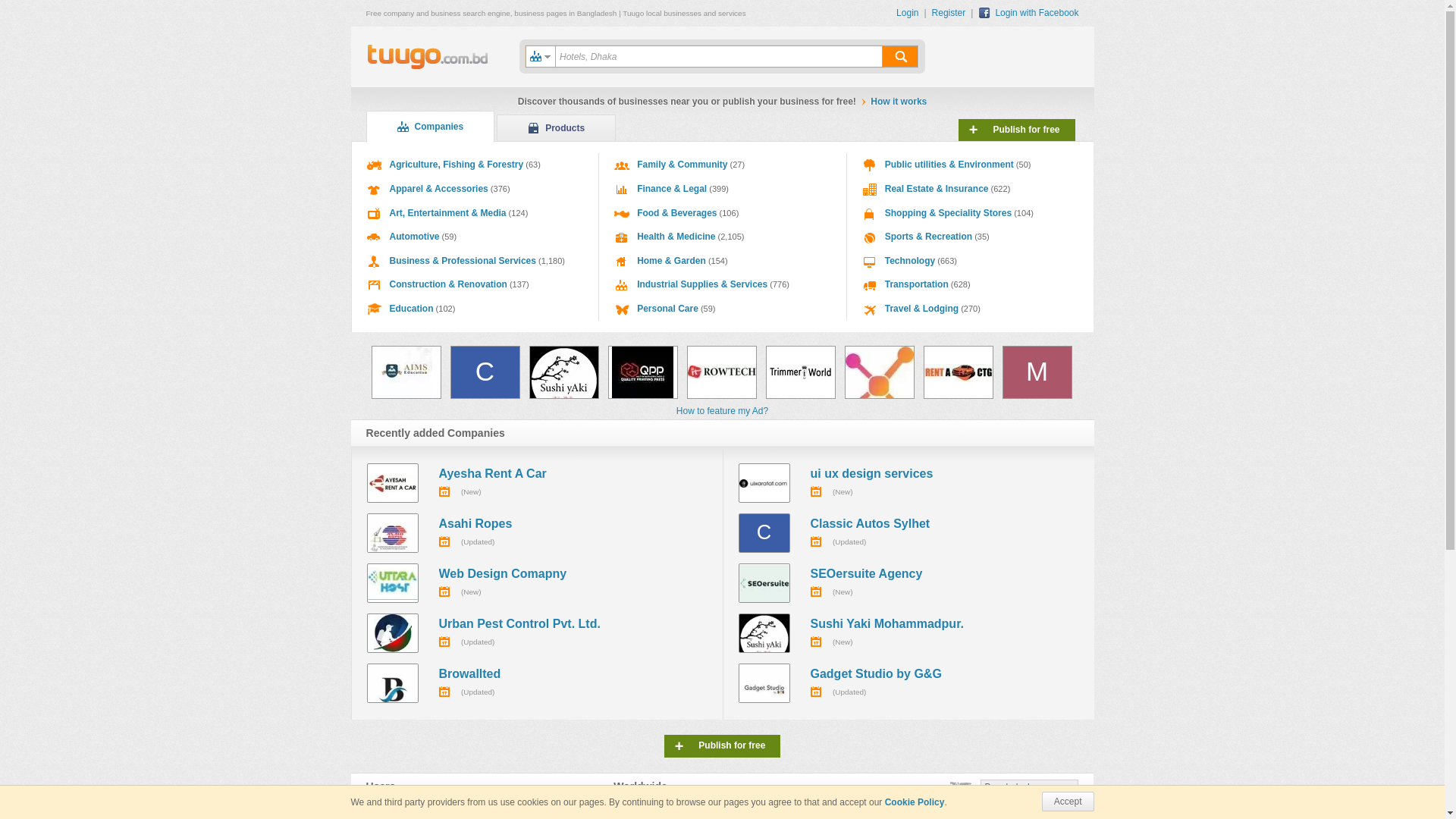  I want to click on 'Register', so click(930, 12).